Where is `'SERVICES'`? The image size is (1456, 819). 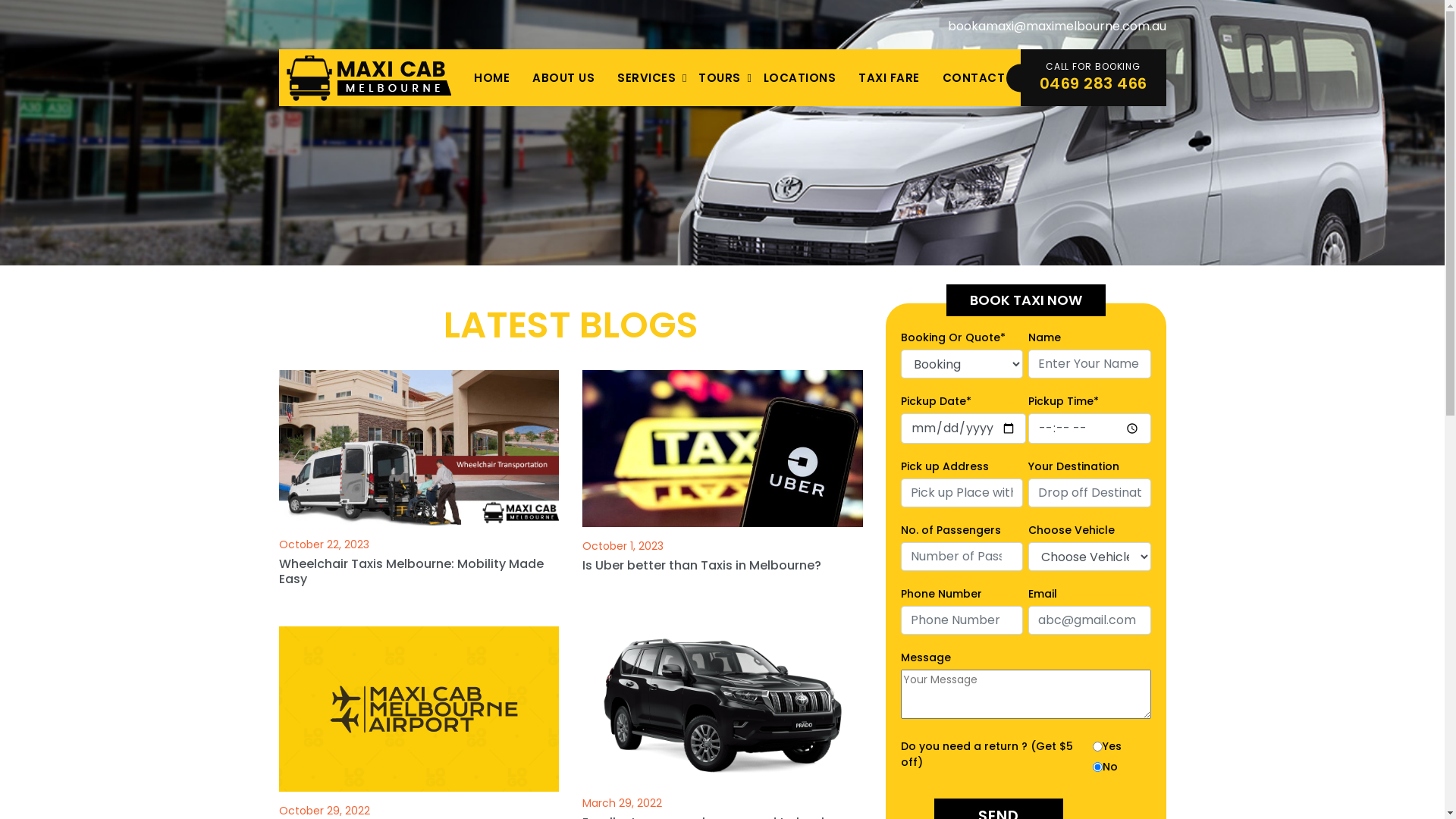
'SERVICES' is located at coordinates (646, 77).